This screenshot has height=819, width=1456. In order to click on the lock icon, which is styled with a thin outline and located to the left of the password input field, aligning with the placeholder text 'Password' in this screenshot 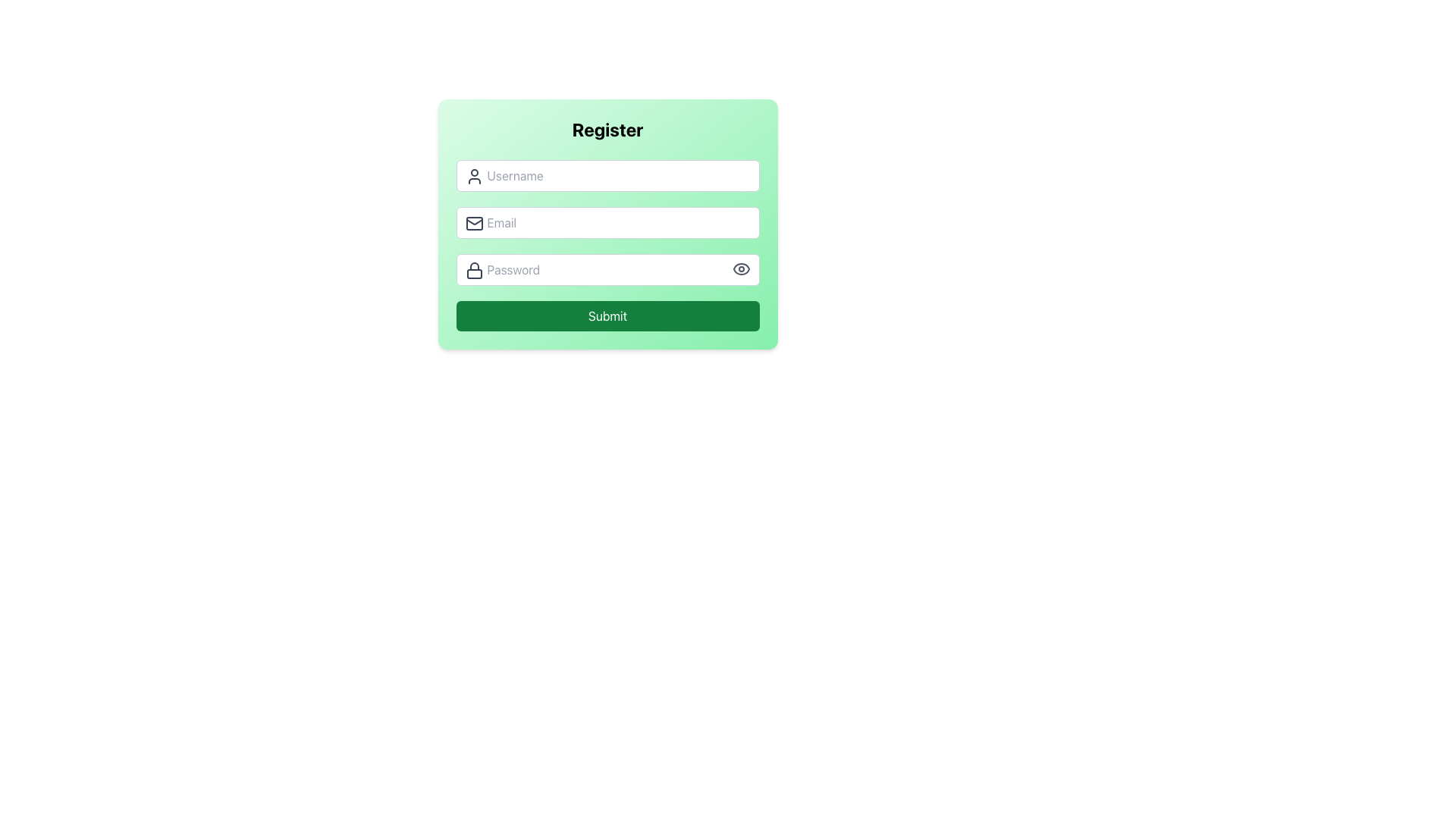, I will do `click(473, 270)`.